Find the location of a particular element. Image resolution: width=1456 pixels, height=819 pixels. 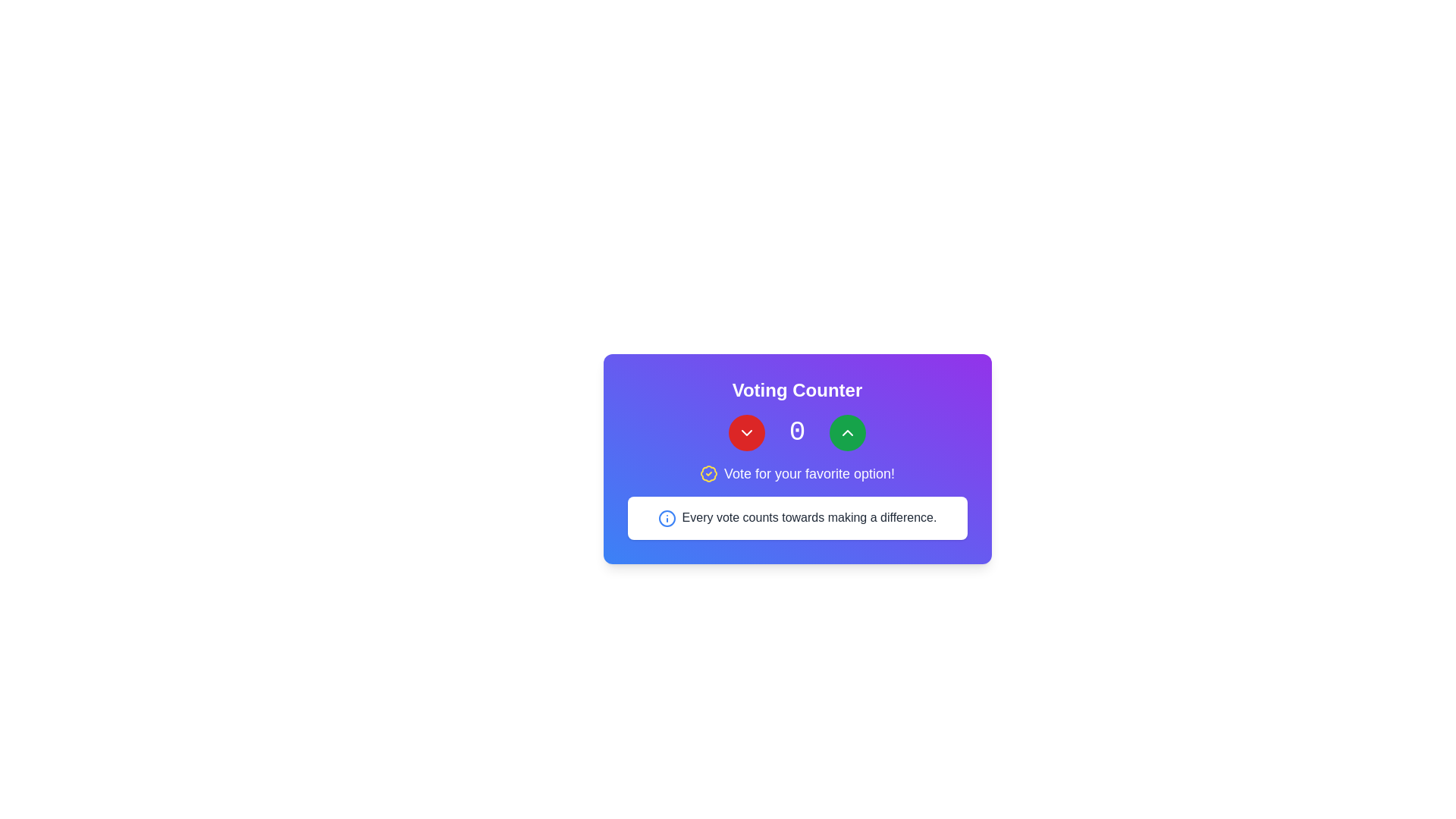

the decorative icon that complements the 'Vote for your favorite option!' text, located within the central voting section of the interface is located at coordinates (708, 472).